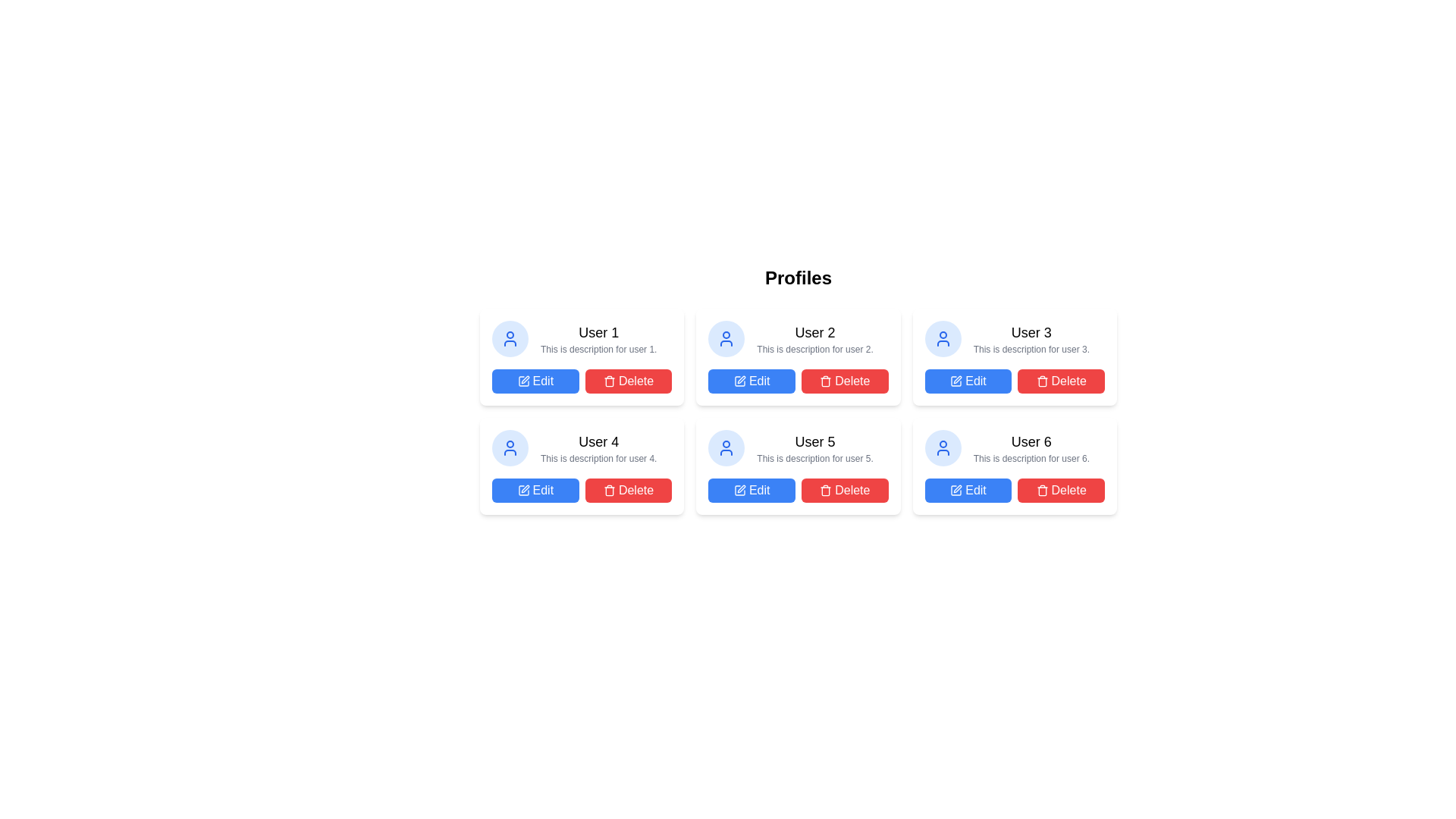  Describe the element at coordinates (814, 441) in the screenshot. I see `the text label that displays the user's name in the profile card located in the second row, third column of the user profile grid` at that location.